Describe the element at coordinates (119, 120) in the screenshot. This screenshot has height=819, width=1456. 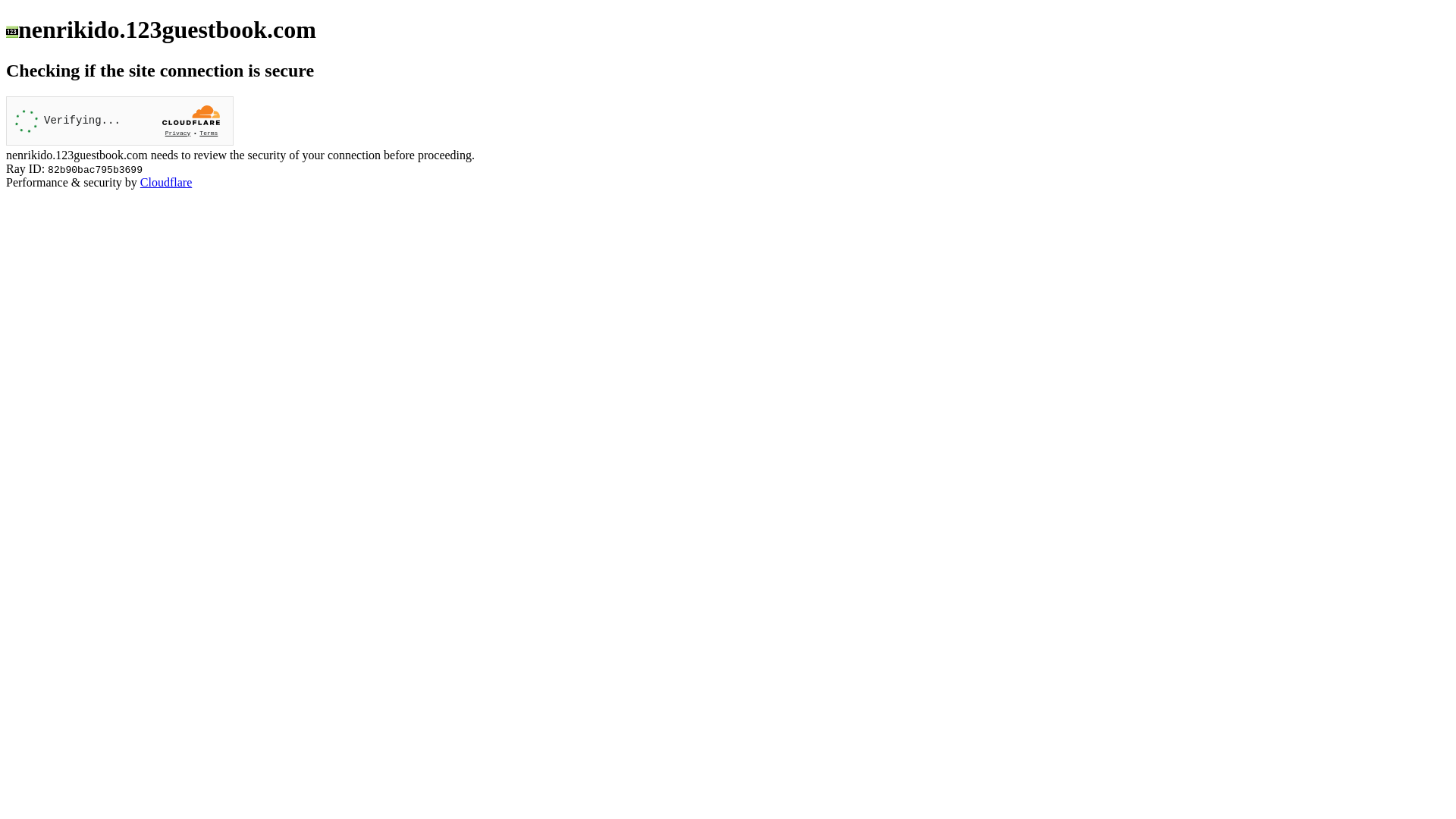
I see `'Widget containing a Cloudflare security challenge'` at that location.